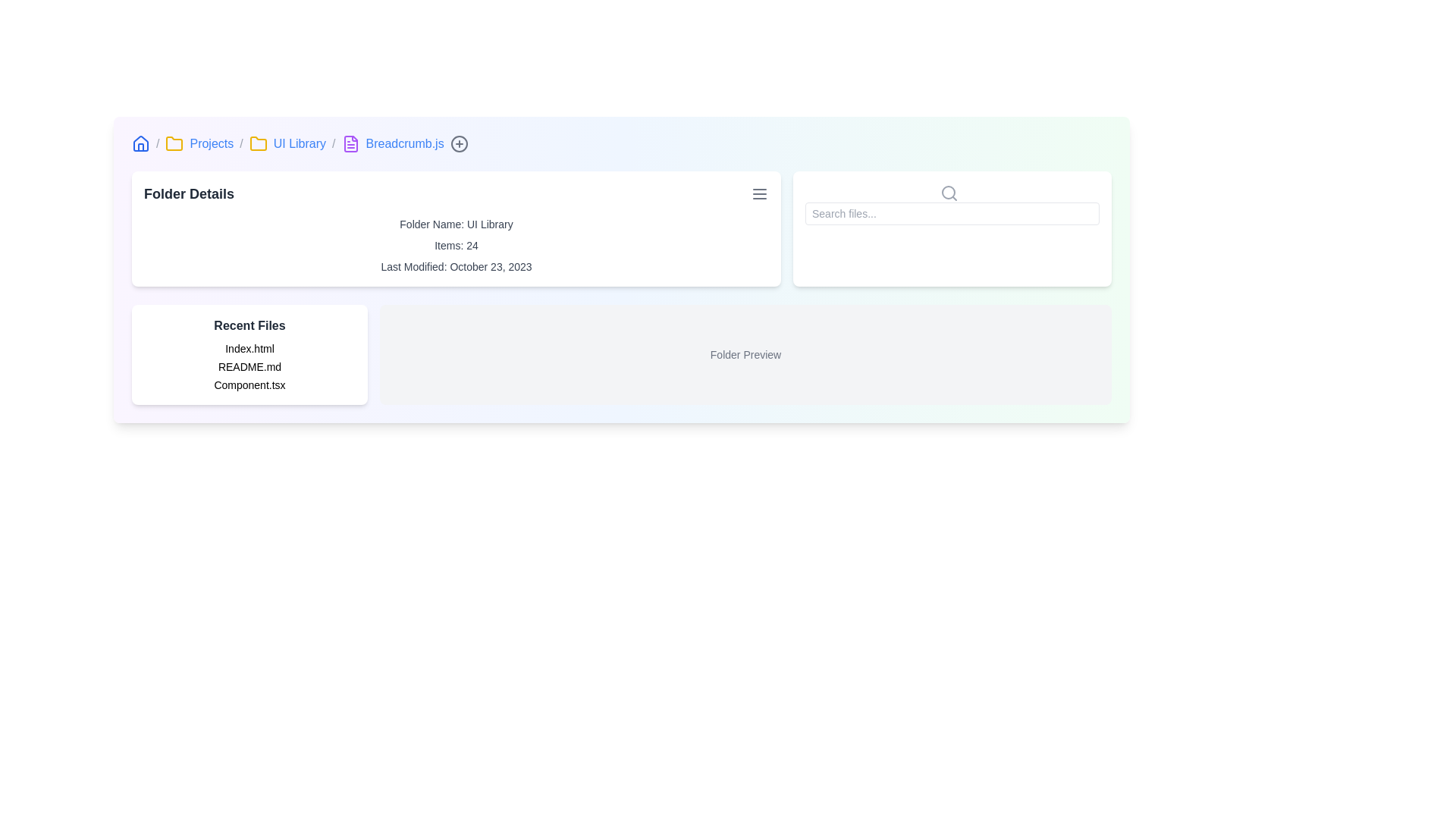 The width and height of the screenshot is (1456, 819). What do you see at coordinates (249, 366) in the screenshot?
I see `the text label 'README.md' located in the 'Recent Files' section, which is the second item in a vertical list, positioned below 'Index.html' and above 'Component.tsx'` at bounding box center [249, 366].